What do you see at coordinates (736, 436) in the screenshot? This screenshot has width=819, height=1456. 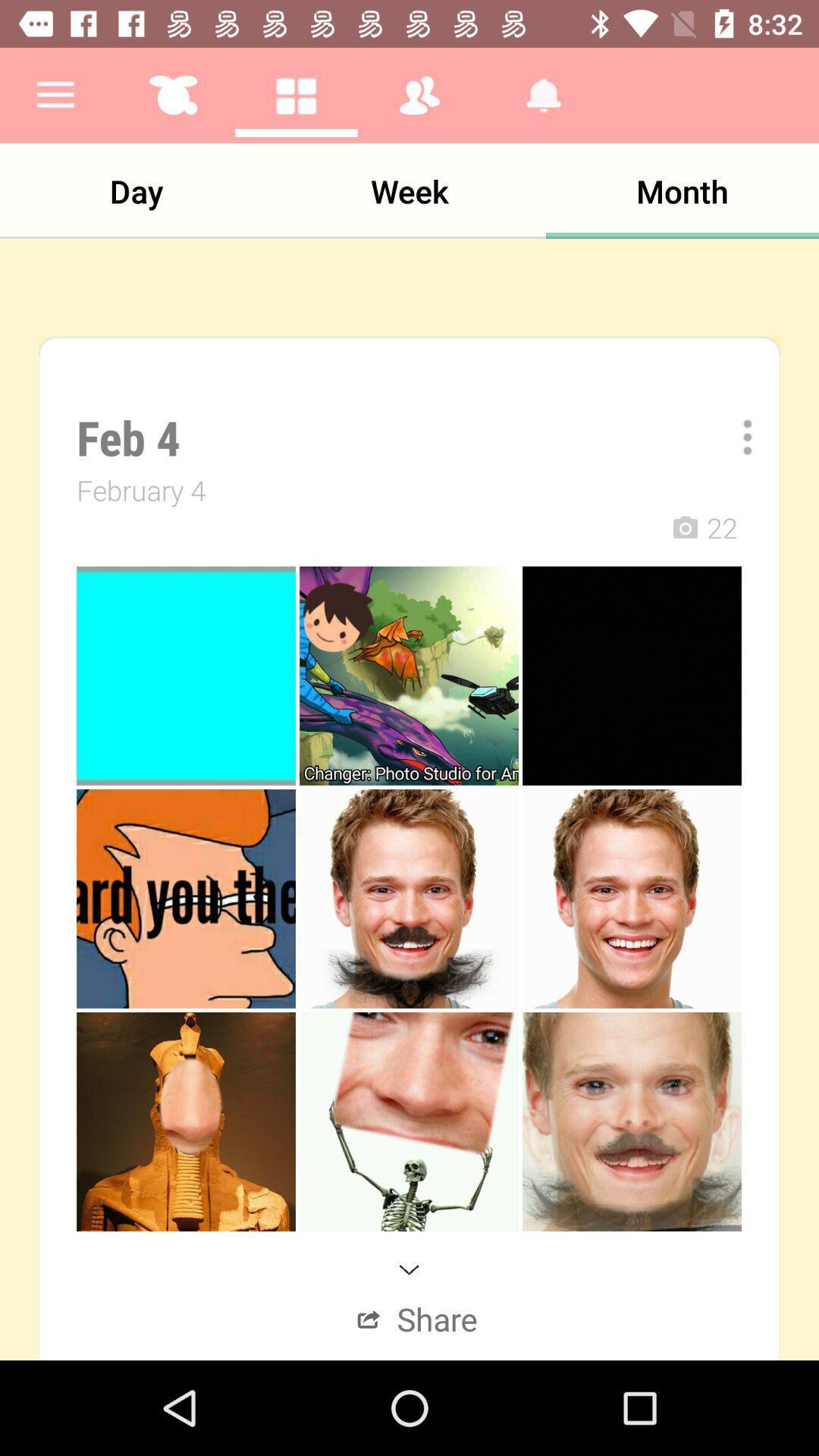 I see `choose preferred view` at bounding box center [736, 436].